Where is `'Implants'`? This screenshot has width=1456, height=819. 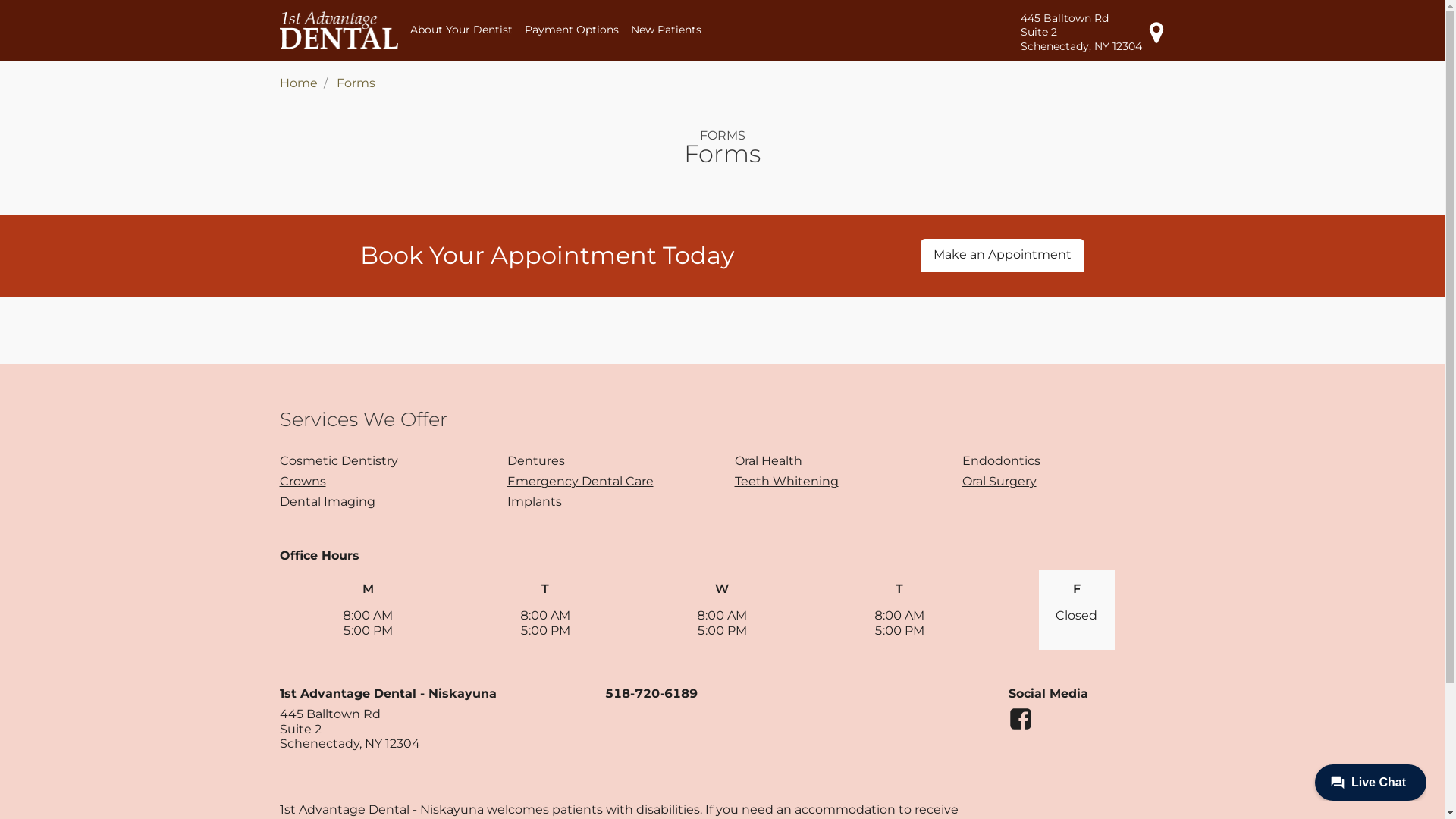
'Implants' is located at coordinates (506, 501).